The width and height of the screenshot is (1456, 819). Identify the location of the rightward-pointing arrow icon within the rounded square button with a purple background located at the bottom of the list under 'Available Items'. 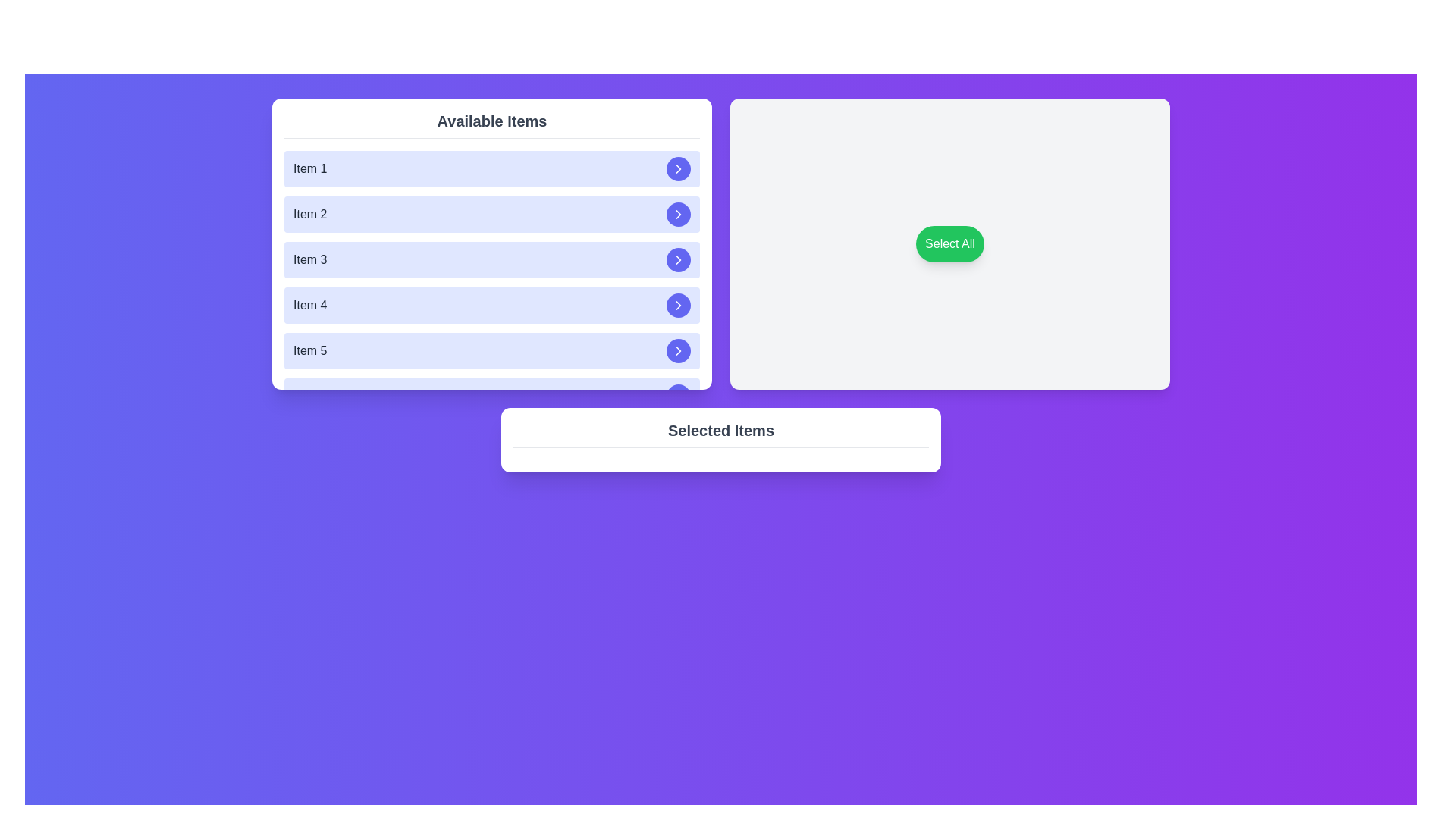
(677, 350).